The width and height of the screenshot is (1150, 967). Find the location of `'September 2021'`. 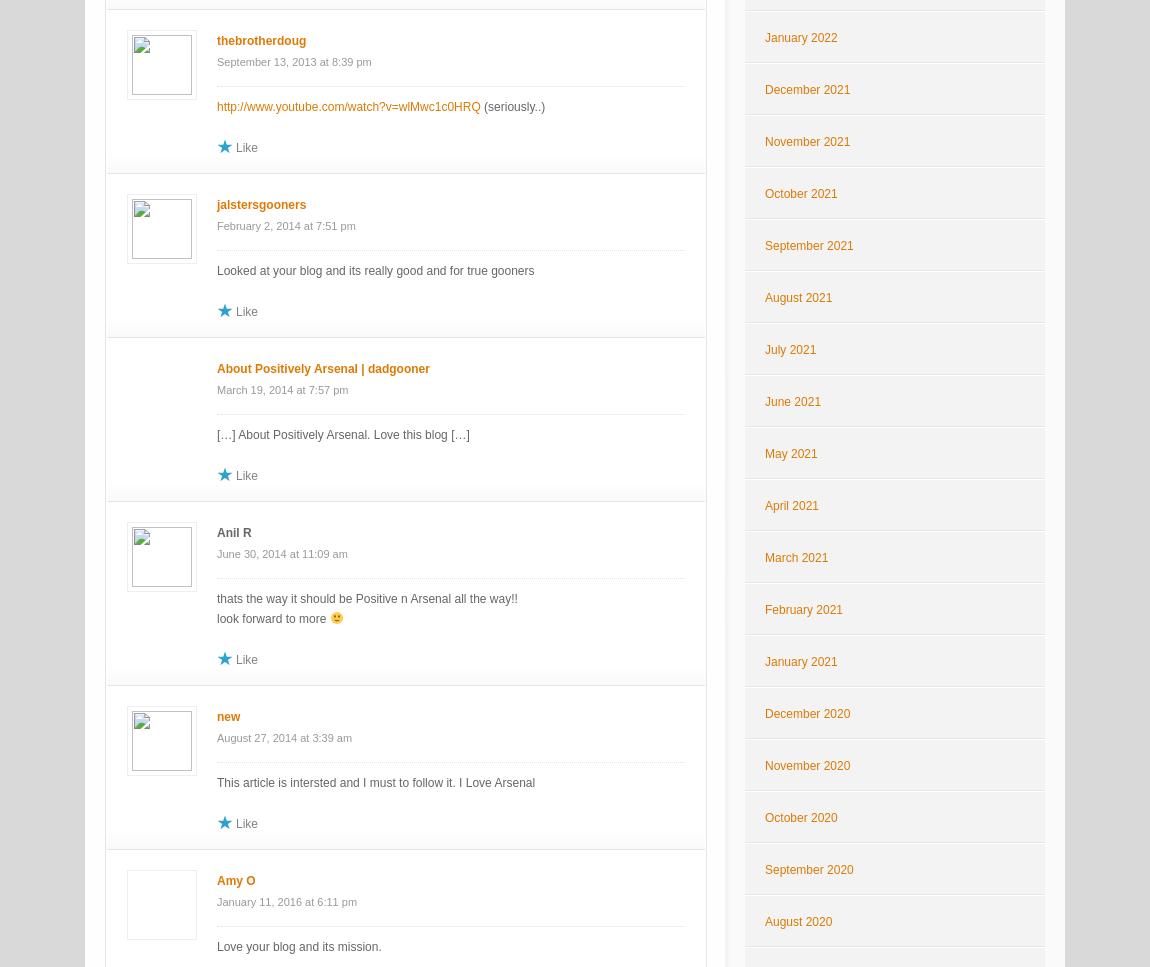

'September 2021' is located at coordinates (808, 246).